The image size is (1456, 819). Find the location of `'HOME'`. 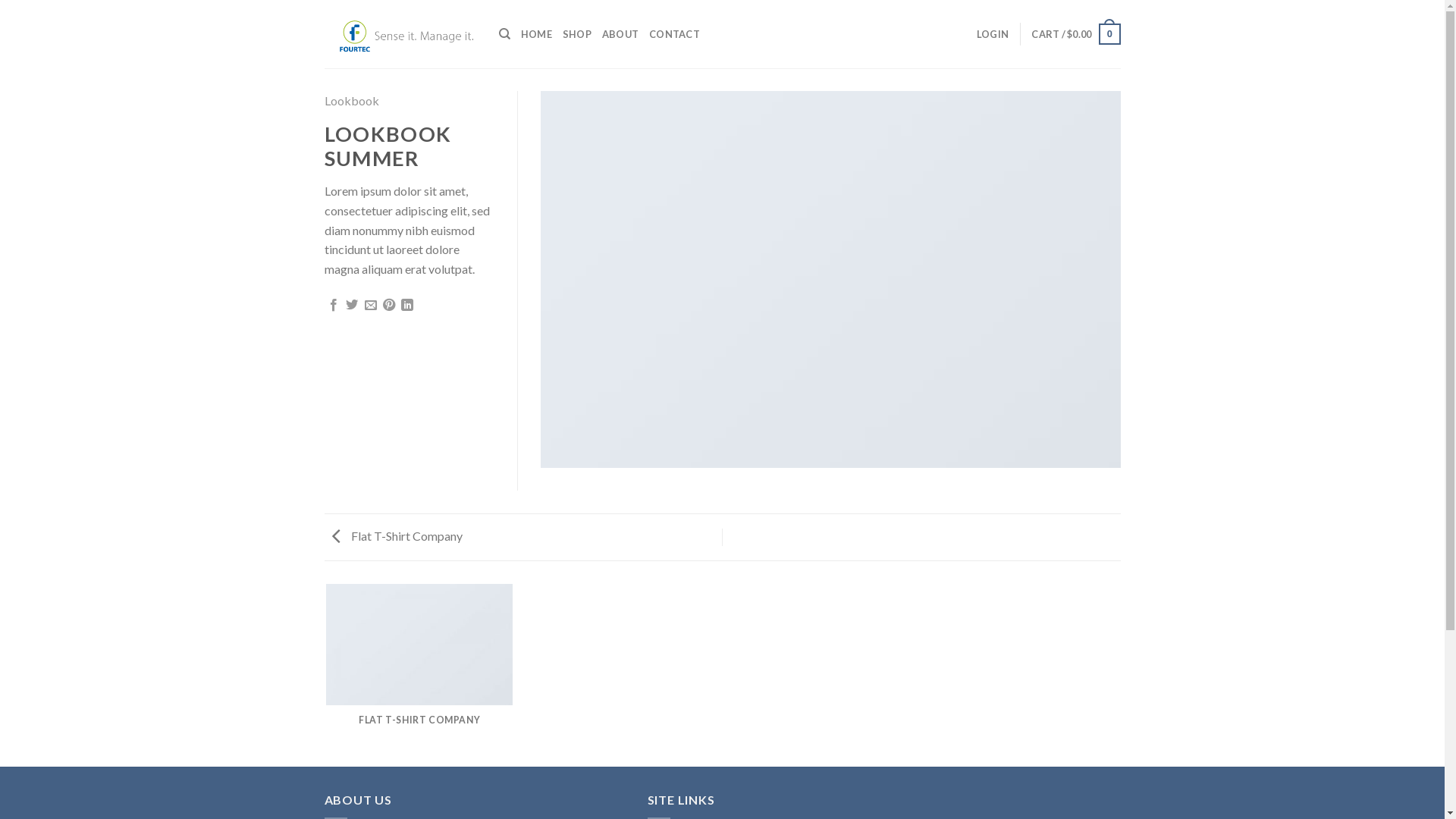

'HOME' is located at coordinates (536, 34).